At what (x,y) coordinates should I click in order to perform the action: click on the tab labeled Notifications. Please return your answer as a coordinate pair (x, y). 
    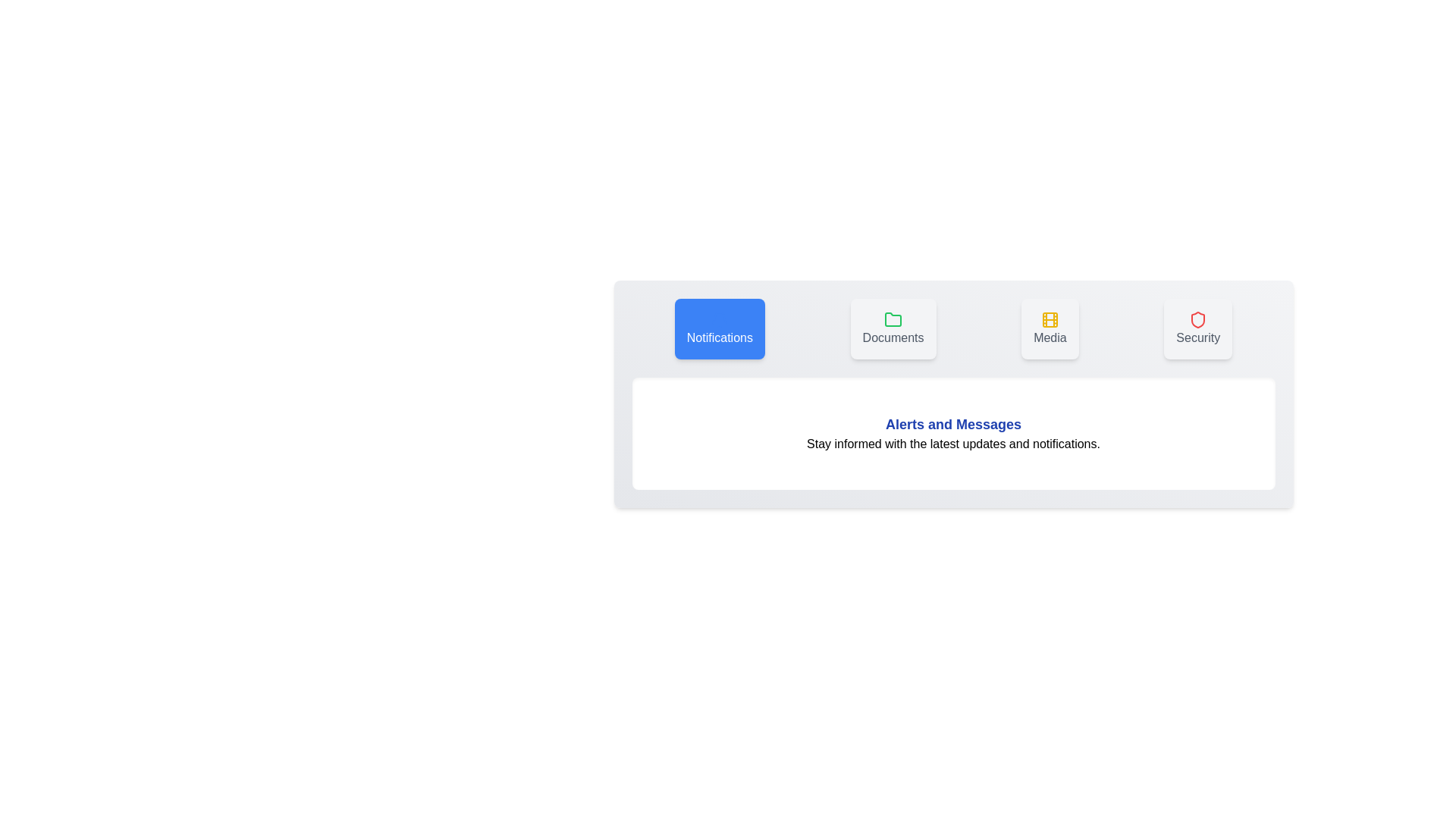
    Looking at the image, I should click on (719, 328).